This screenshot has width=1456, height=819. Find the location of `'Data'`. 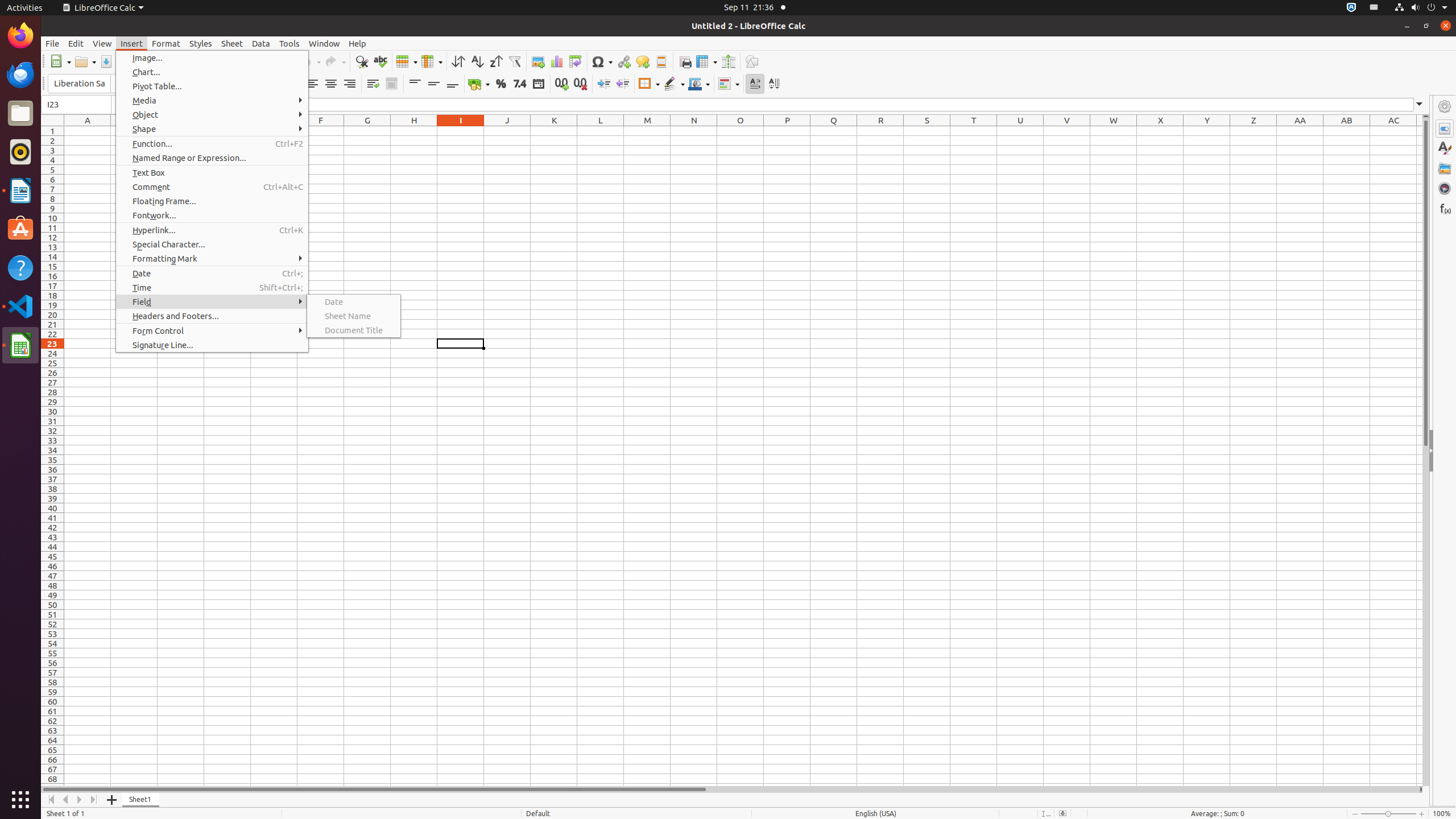

'Data' is located at coordinates (260, 43).